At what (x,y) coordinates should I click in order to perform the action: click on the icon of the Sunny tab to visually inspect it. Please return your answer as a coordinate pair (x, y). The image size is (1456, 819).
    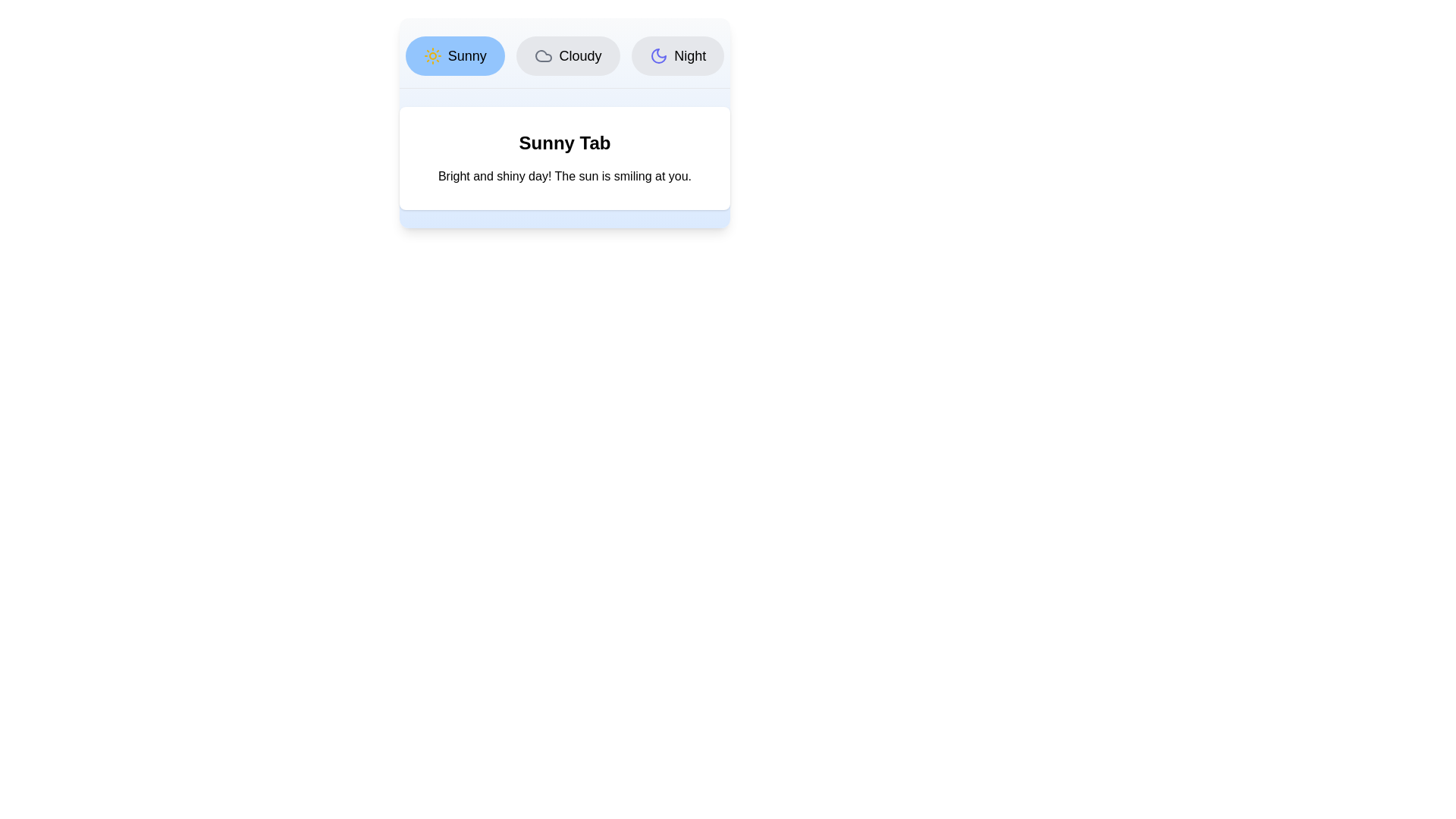
    Looking at the image, I should click on (431, 55).